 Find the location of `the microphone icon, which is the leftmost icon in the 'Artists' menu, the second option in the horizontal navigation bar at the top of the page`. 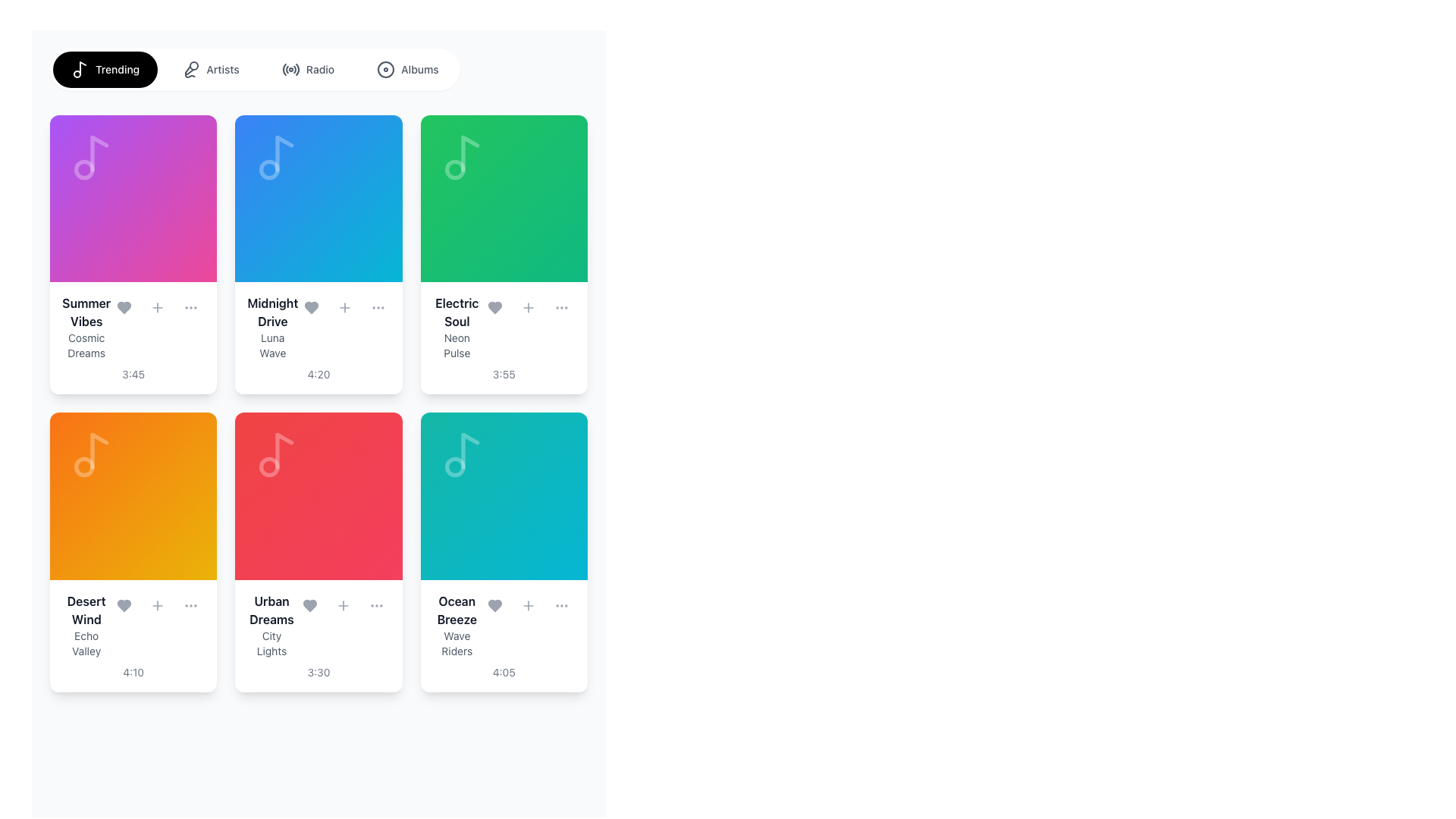

the microphone icon, which is the leftmost icon in the 'Artists' menu, the second option in the horizontal navigation bar at the top of the page is located at coordinates (190, 70).